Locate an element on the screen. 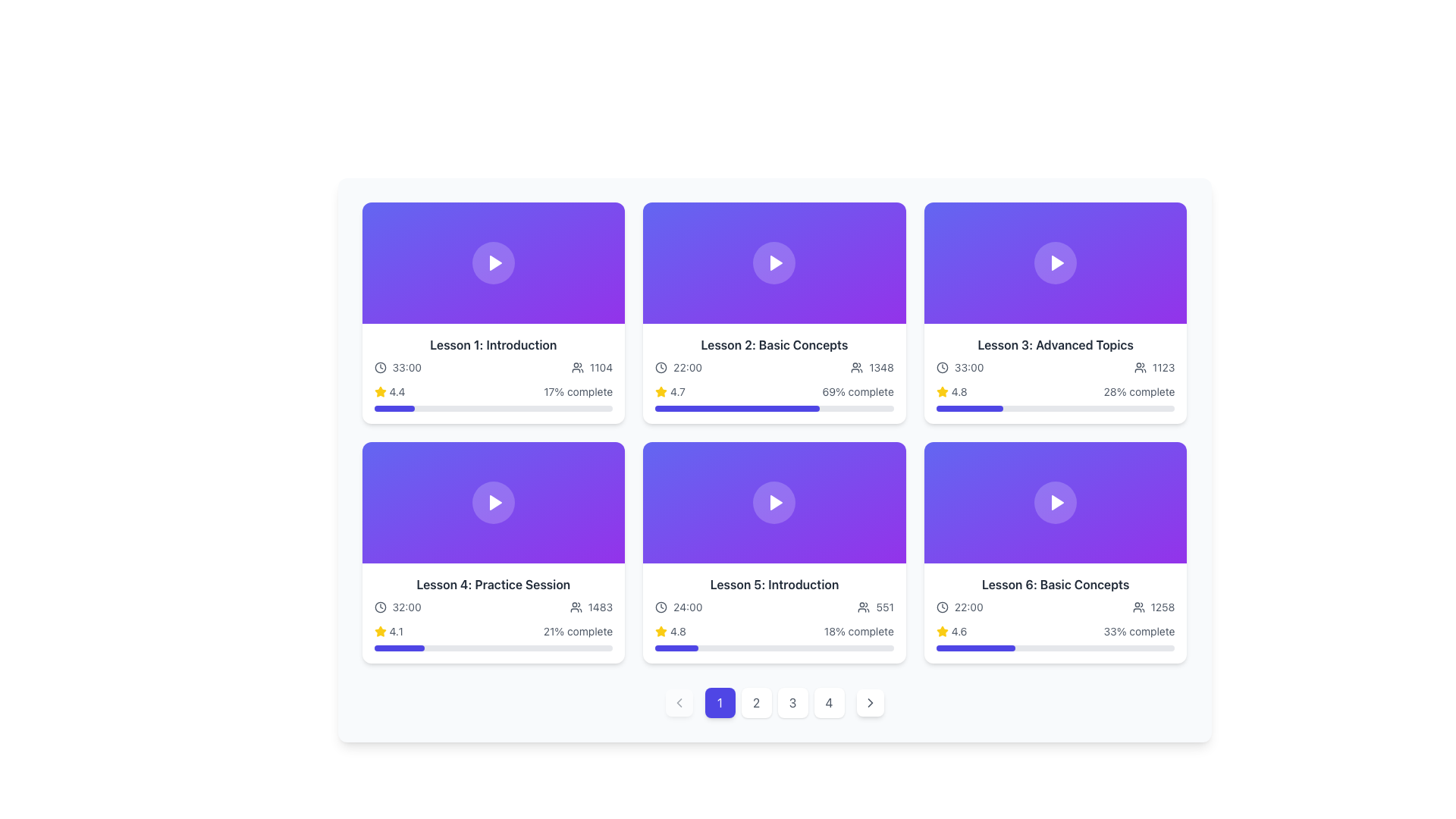  the educational lesson module card located in the first row, third position is located at coordinates (1055, 312).